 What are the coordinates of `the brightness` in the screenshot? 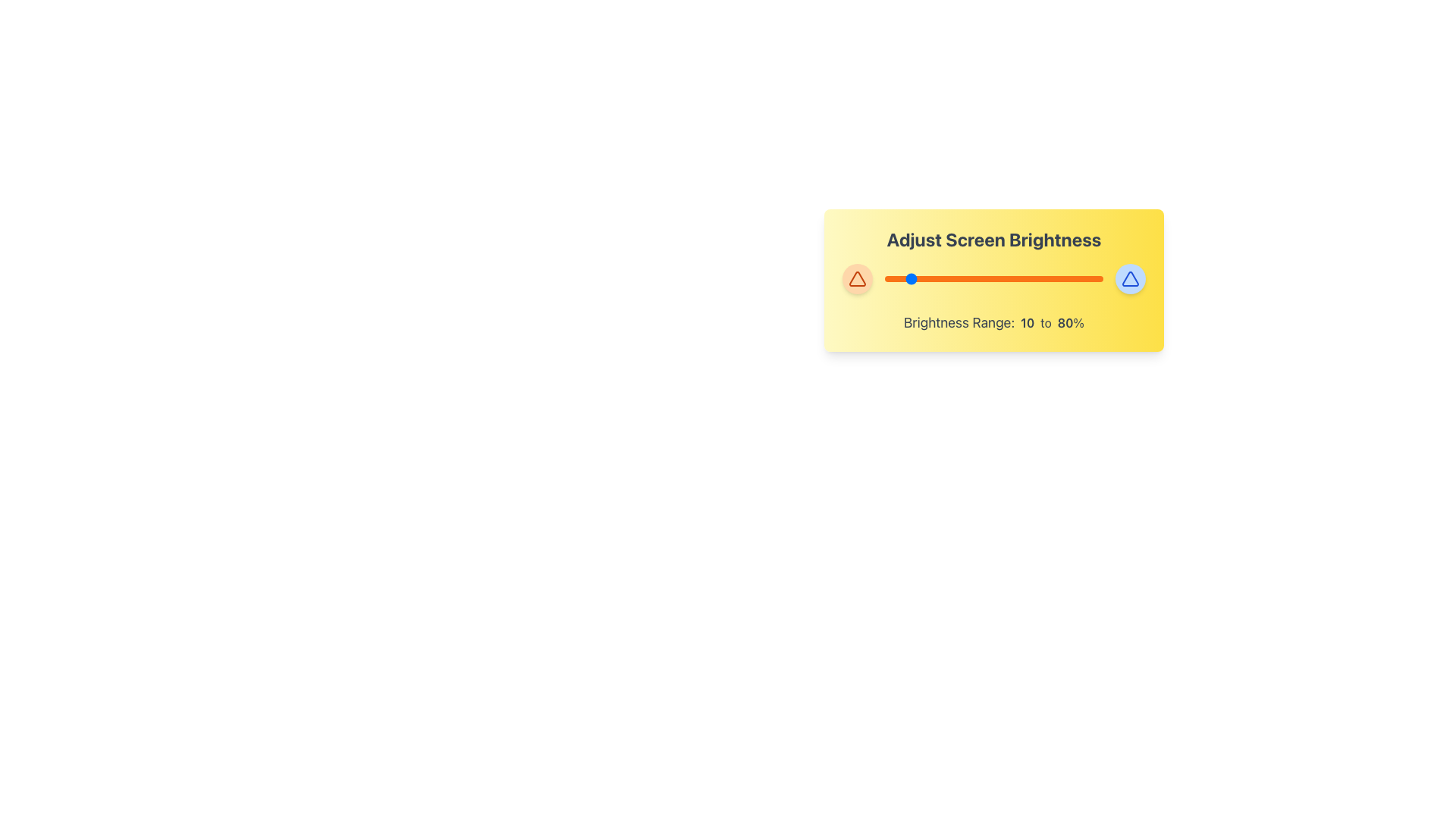 It's located at (1078, 278).